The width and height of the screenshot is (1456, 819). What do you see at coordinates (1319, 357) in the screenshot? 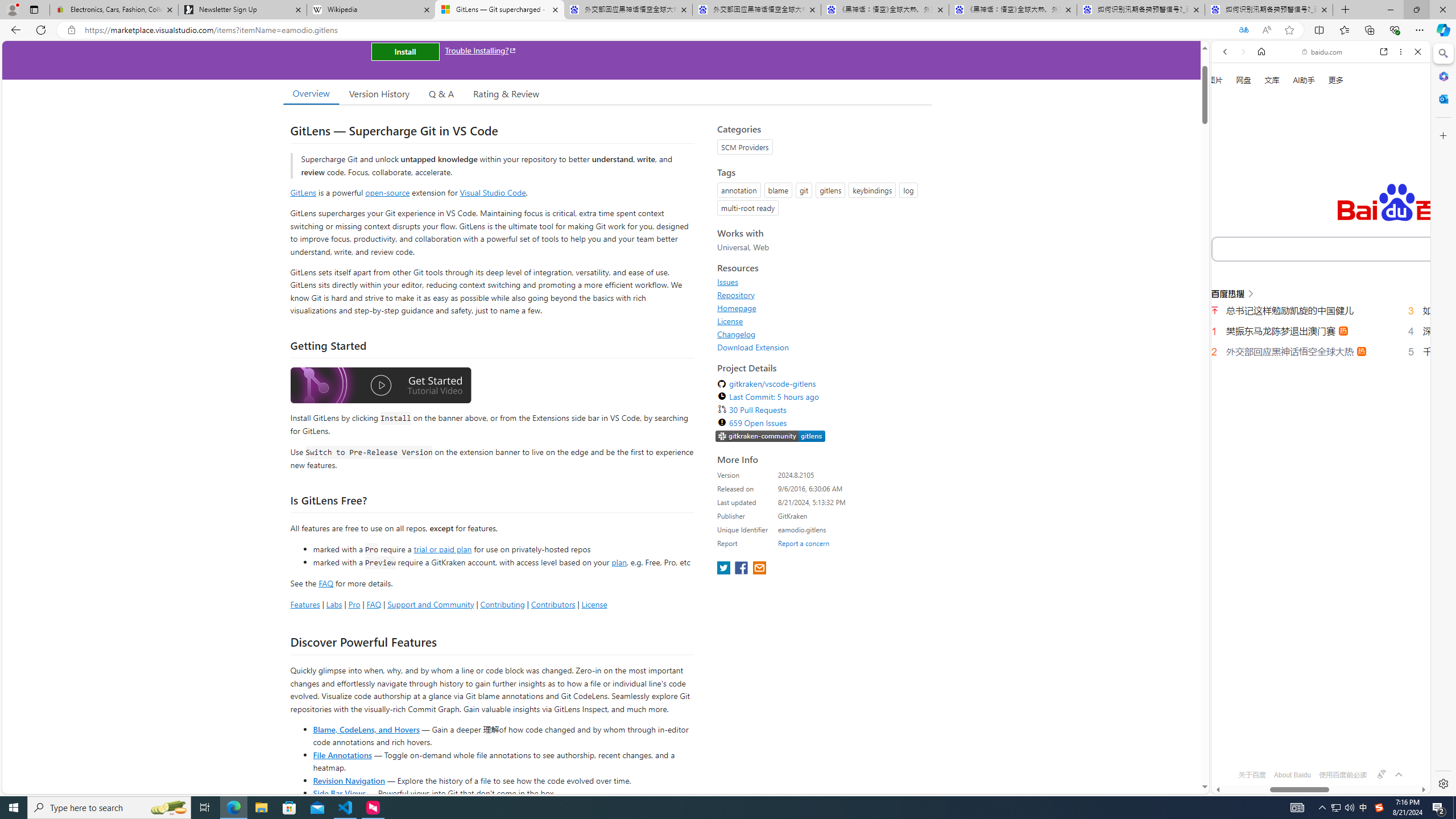
I see `'English (Uk)'` at bounding box center [1319, 357].